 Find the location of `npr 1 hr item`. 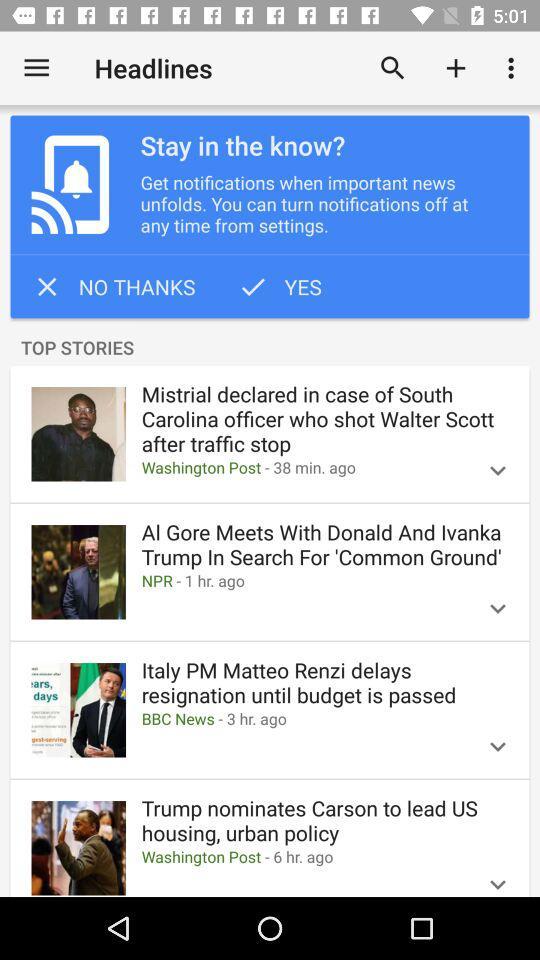

npr 1 hr item is located at coordinates (300, 581).